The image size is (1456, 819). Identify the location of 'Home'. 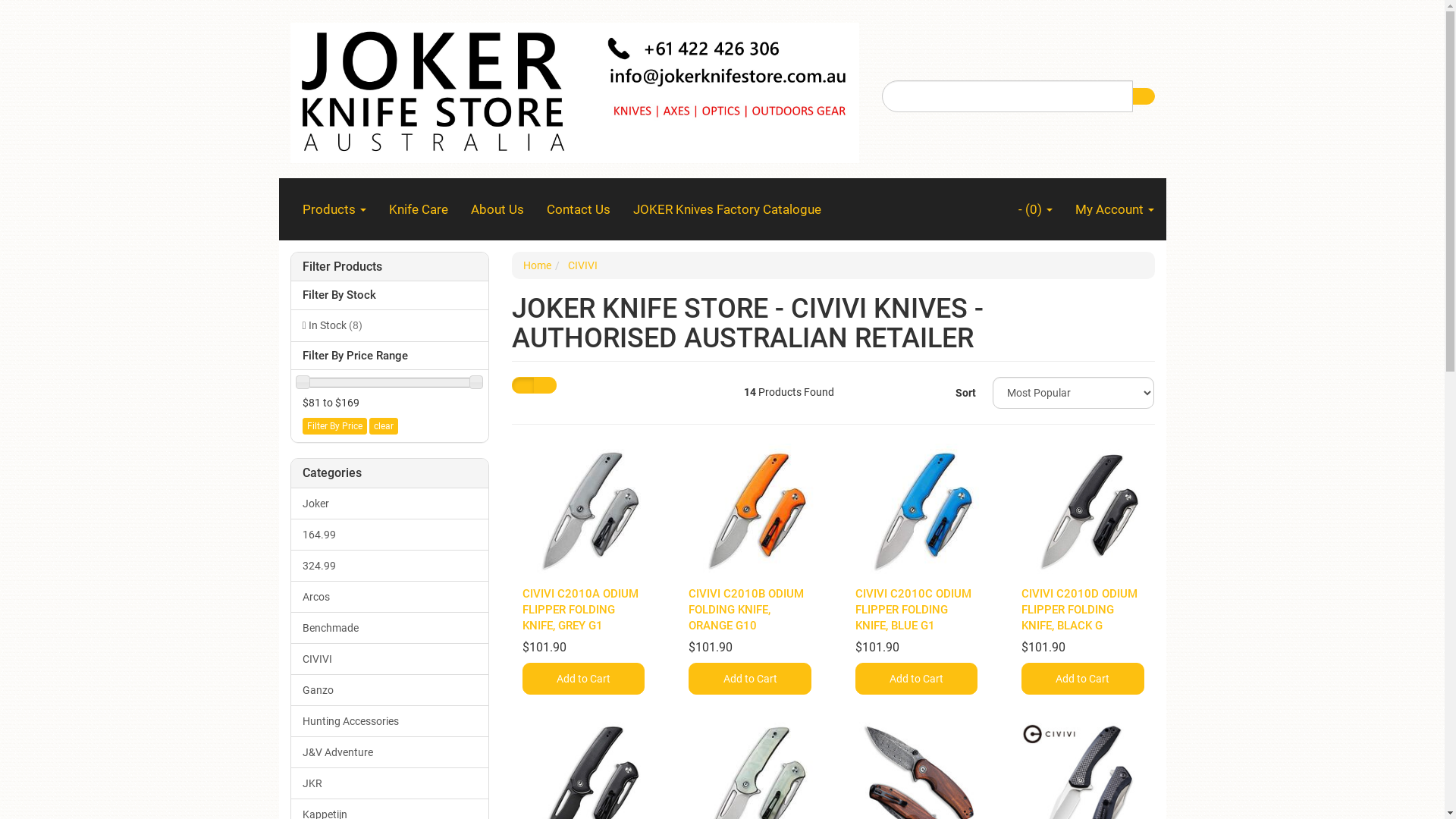
(537, 265).